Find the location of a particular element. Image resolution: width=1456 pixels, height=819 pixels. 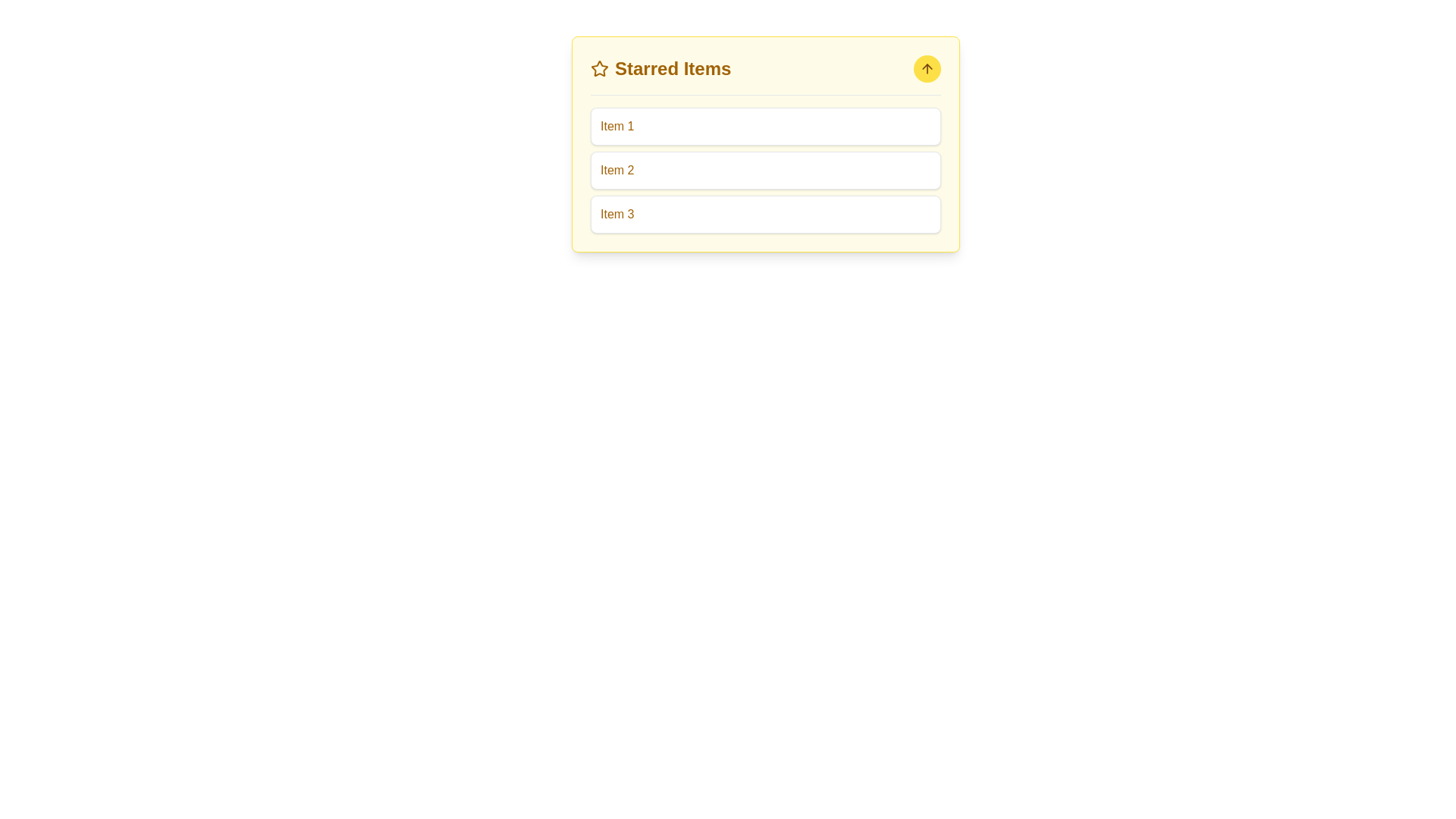

the star-shaped Decorative Icon with a brown border and white fill, located next to the 'Starred Items' heading is located at coordinates (599, 69).